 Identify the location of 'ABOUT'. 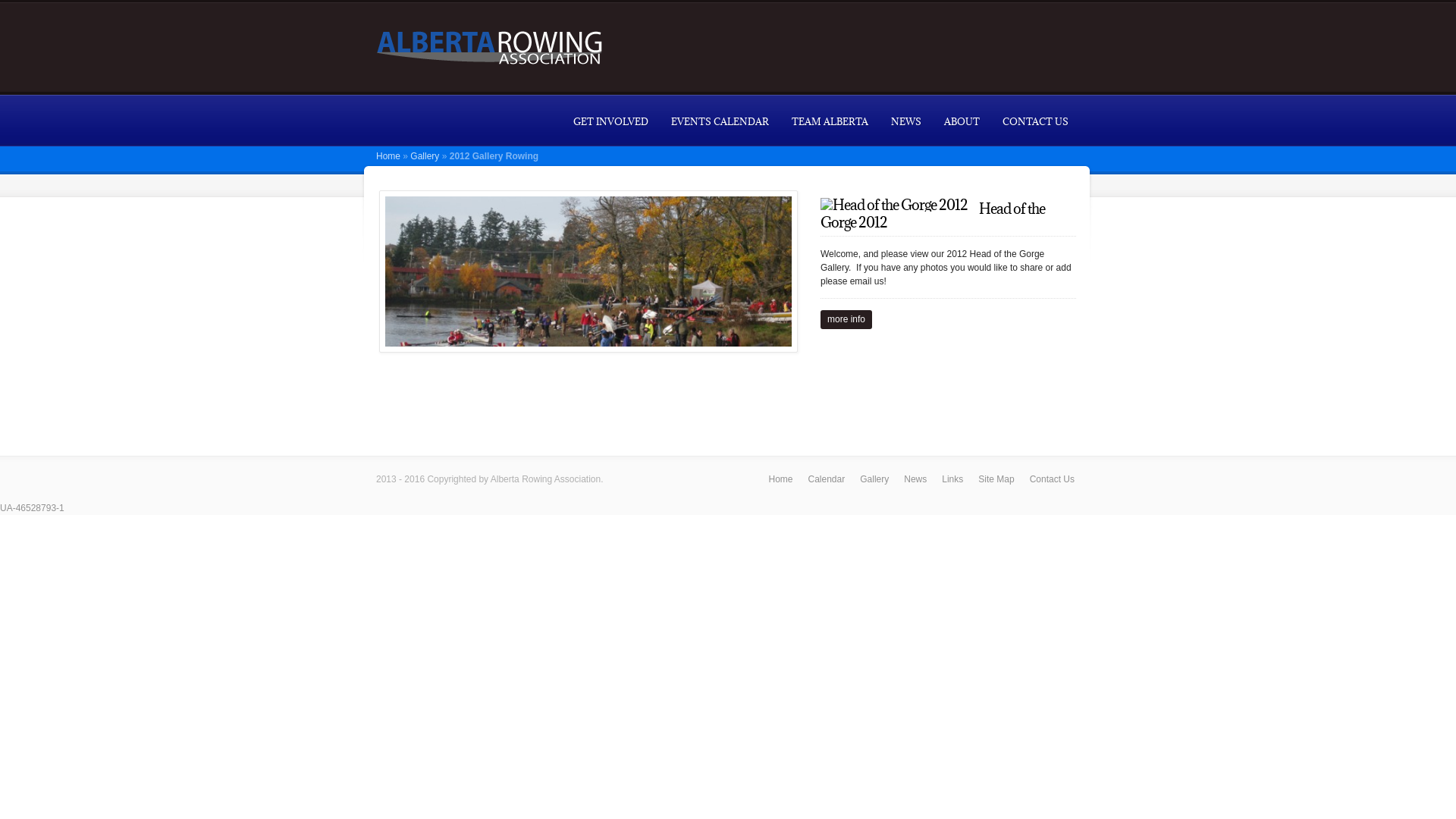
(961, 120).